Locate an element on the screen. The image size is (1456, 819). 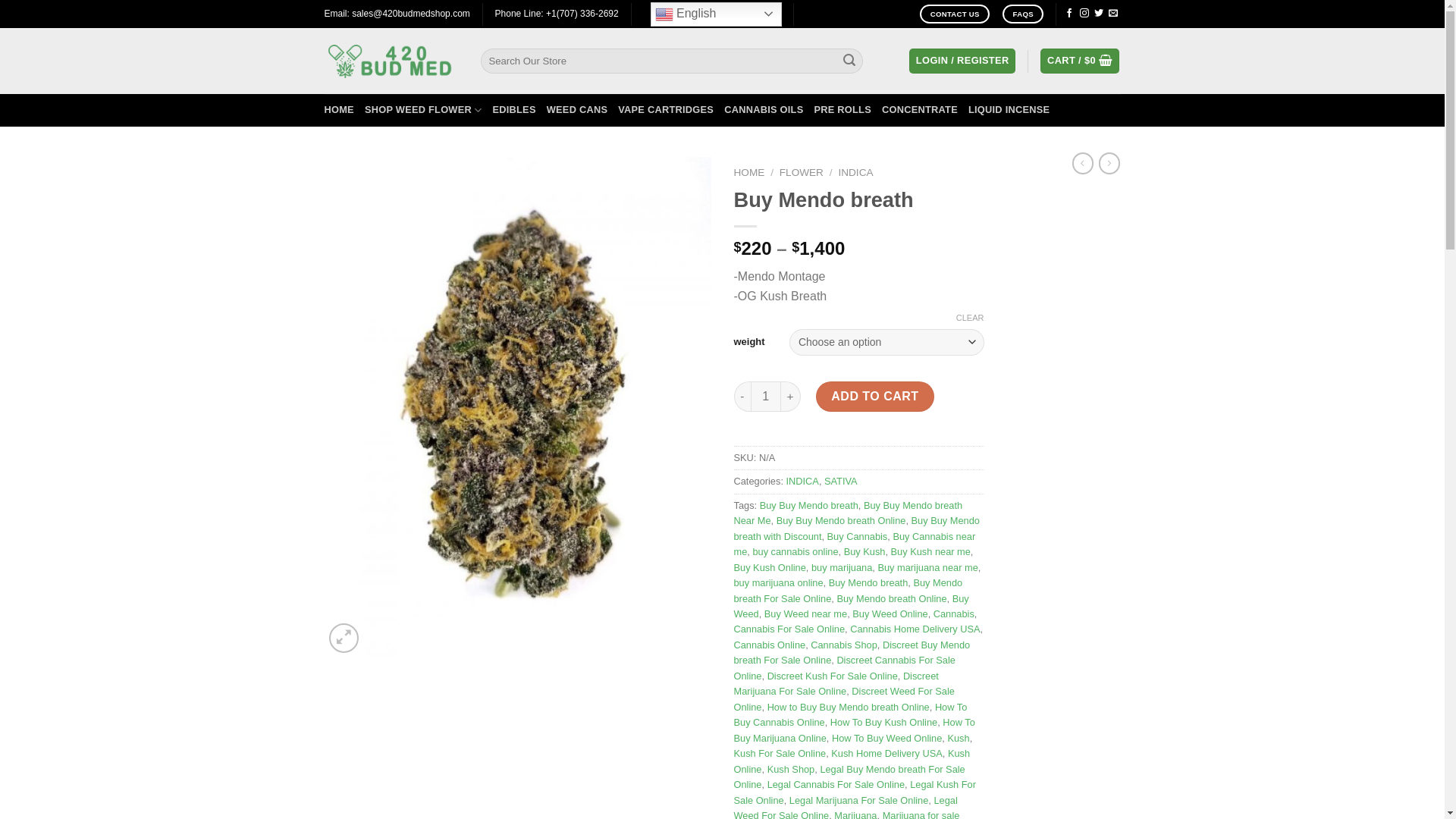
'Send us an email' is located at coordinates (1109, 14).